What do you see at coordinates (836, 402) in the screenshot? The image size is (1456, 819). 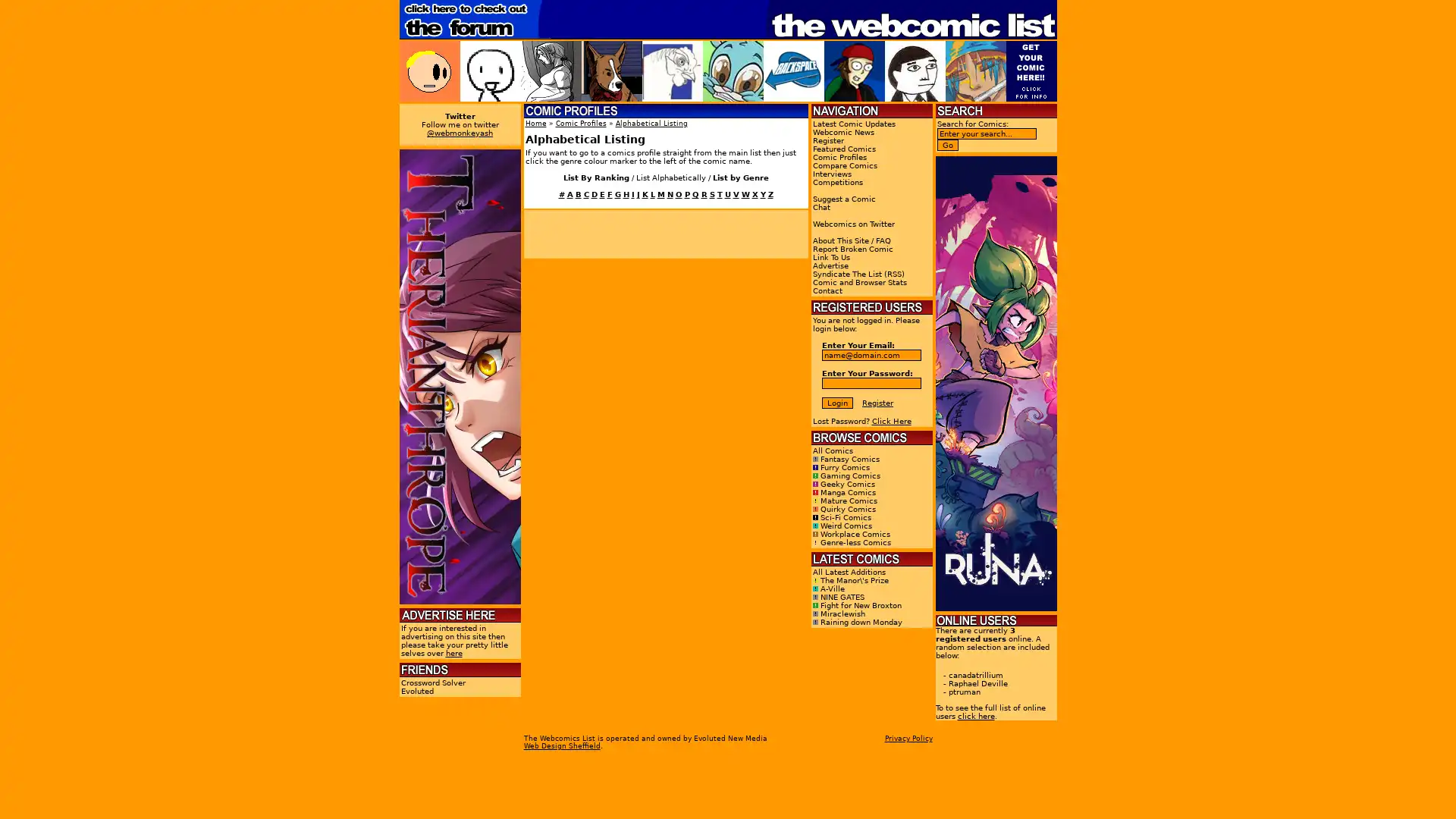 I see `Login` at bounding box center [836, 402].